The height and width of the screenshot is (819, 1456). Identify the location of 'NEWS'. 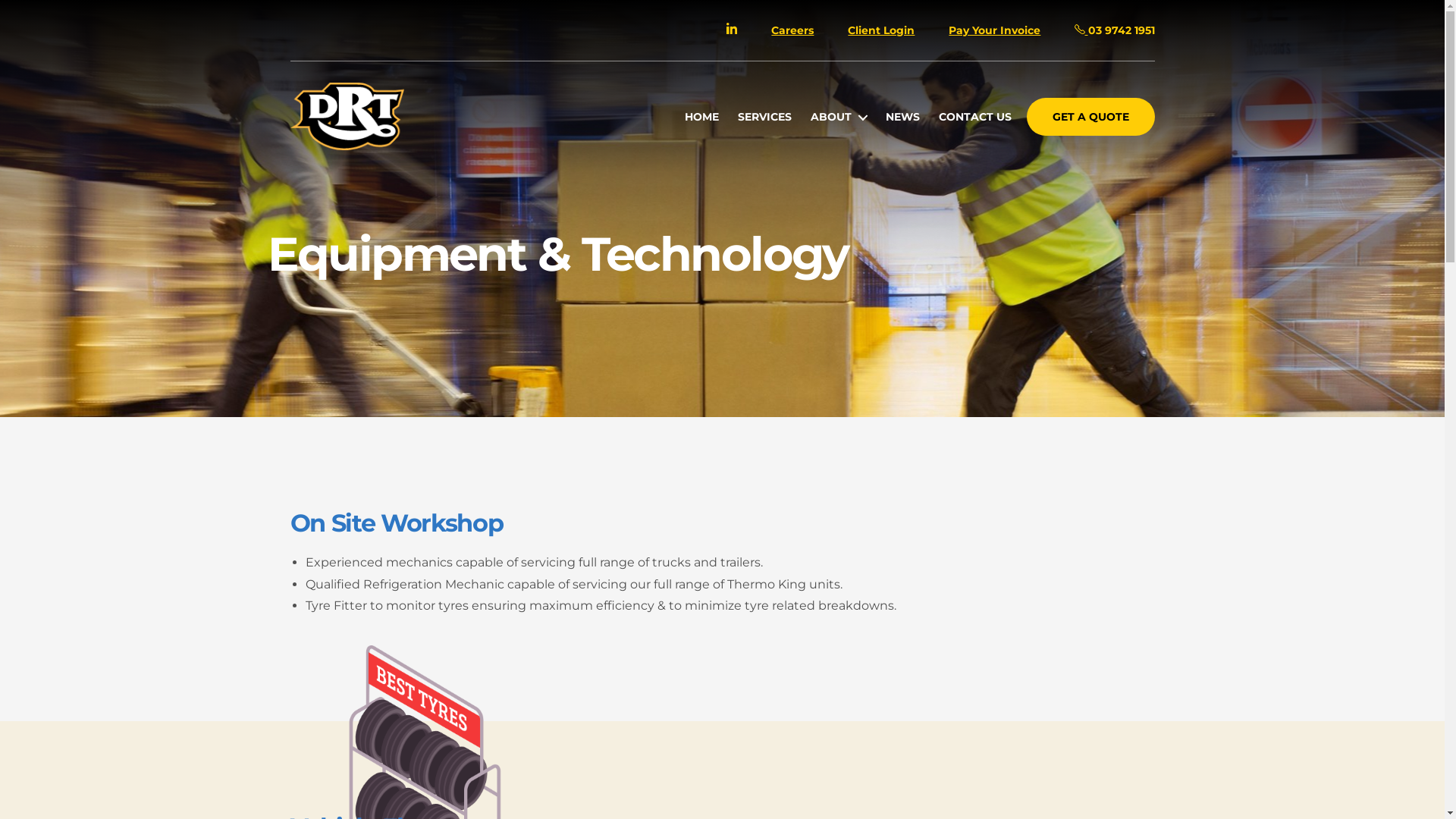
(902, 116).